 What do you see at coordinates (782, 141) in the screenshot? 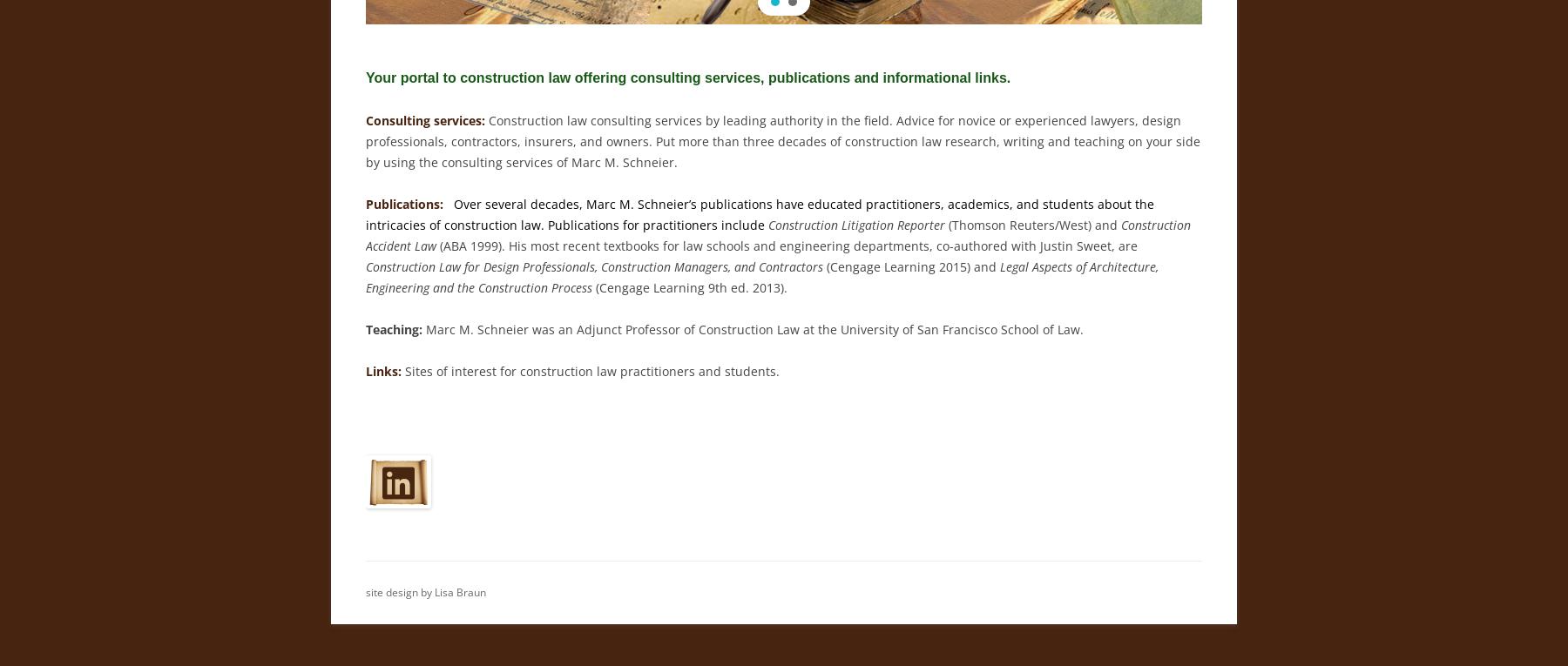
I see `'Construction law consulting services by leading authority in the field. Advice for novice or experienced lawyers, design professionals, contractors, insurers, and owners. Put more than three decades of construction law research, writing and teaching on your side by using the consulting services of Marc M. Schneier.'` at bounding box center [782, 141].